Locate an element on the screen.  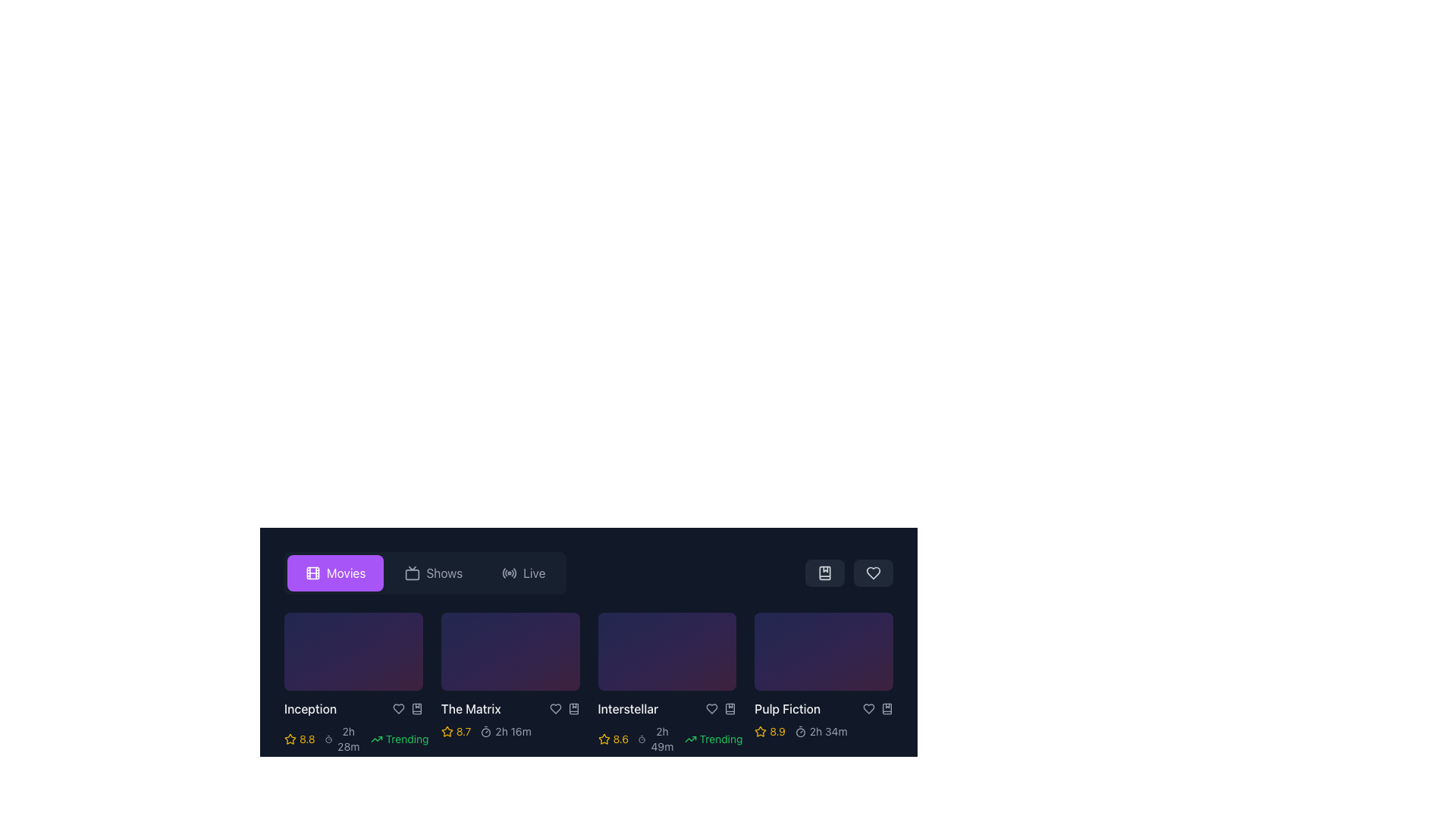
the 'Movies' button with a video-reel icon, which is styled with a purple background and white text, located in the horizontal navigation bar is located at coordinates (334, 573).